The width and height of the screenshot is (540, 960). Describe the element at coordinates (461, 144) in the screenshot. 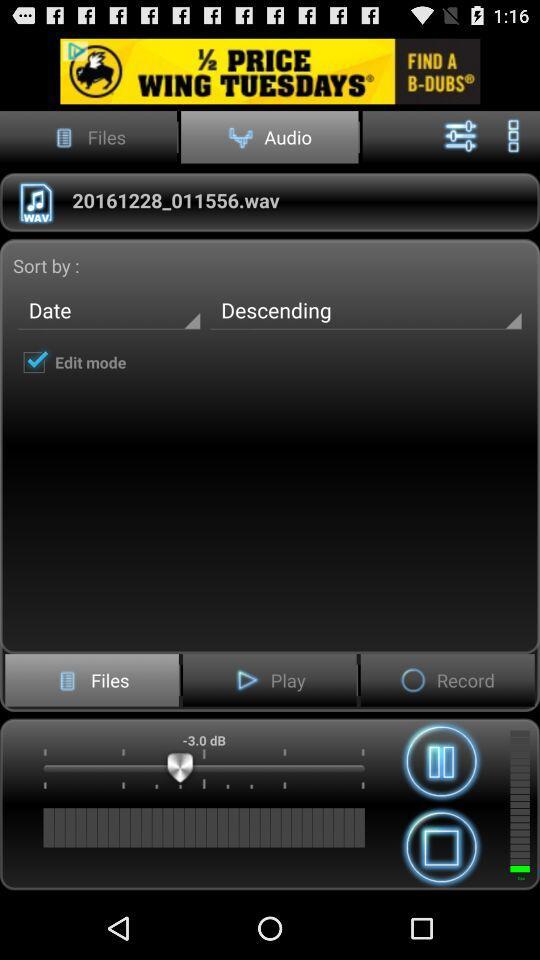

I see `the sliders icon` at that location.